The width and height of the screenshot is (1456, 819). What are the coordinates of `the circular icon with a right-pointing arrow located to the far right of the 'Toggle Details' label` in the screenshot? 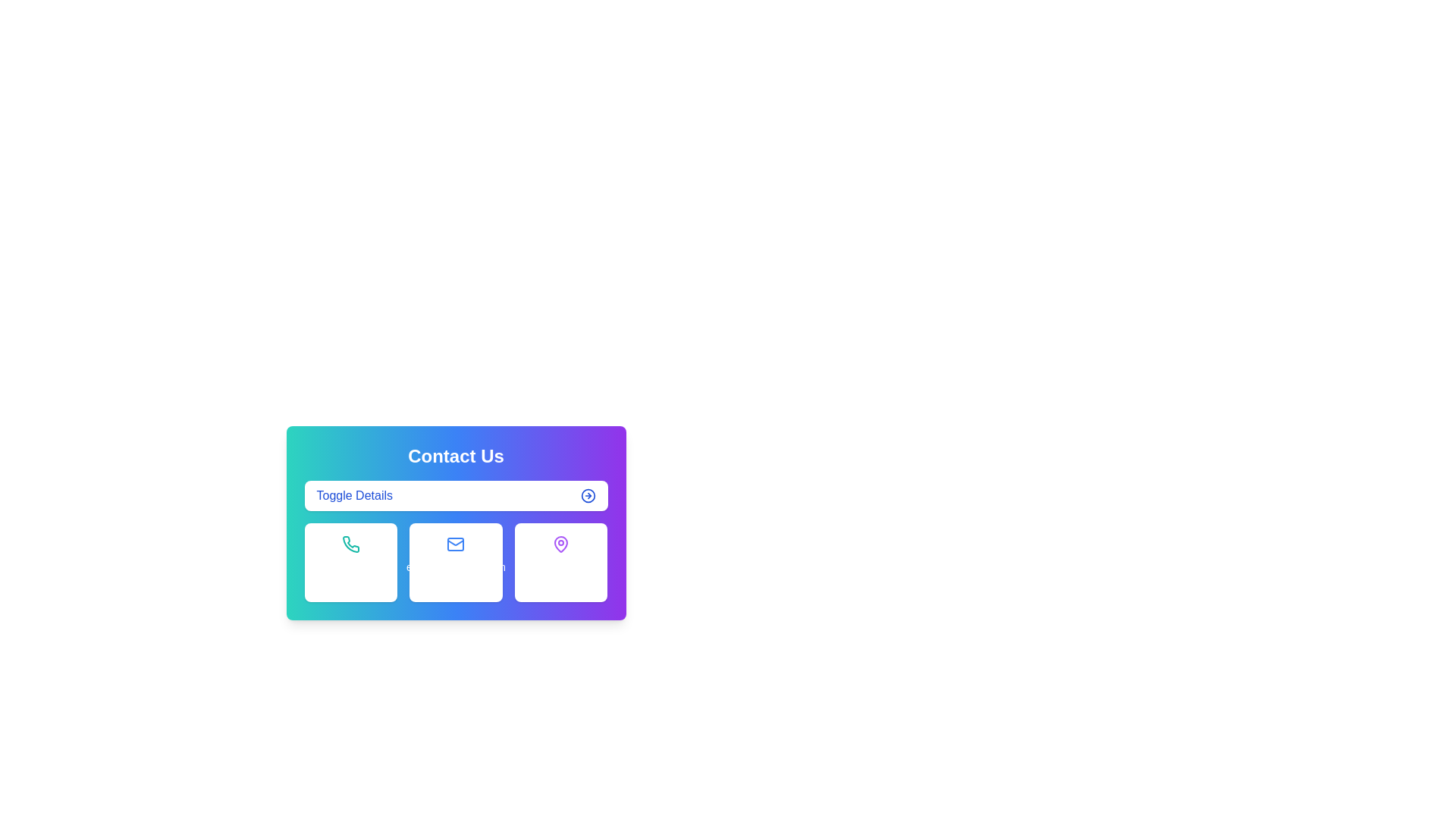 It's located at (587, 496).